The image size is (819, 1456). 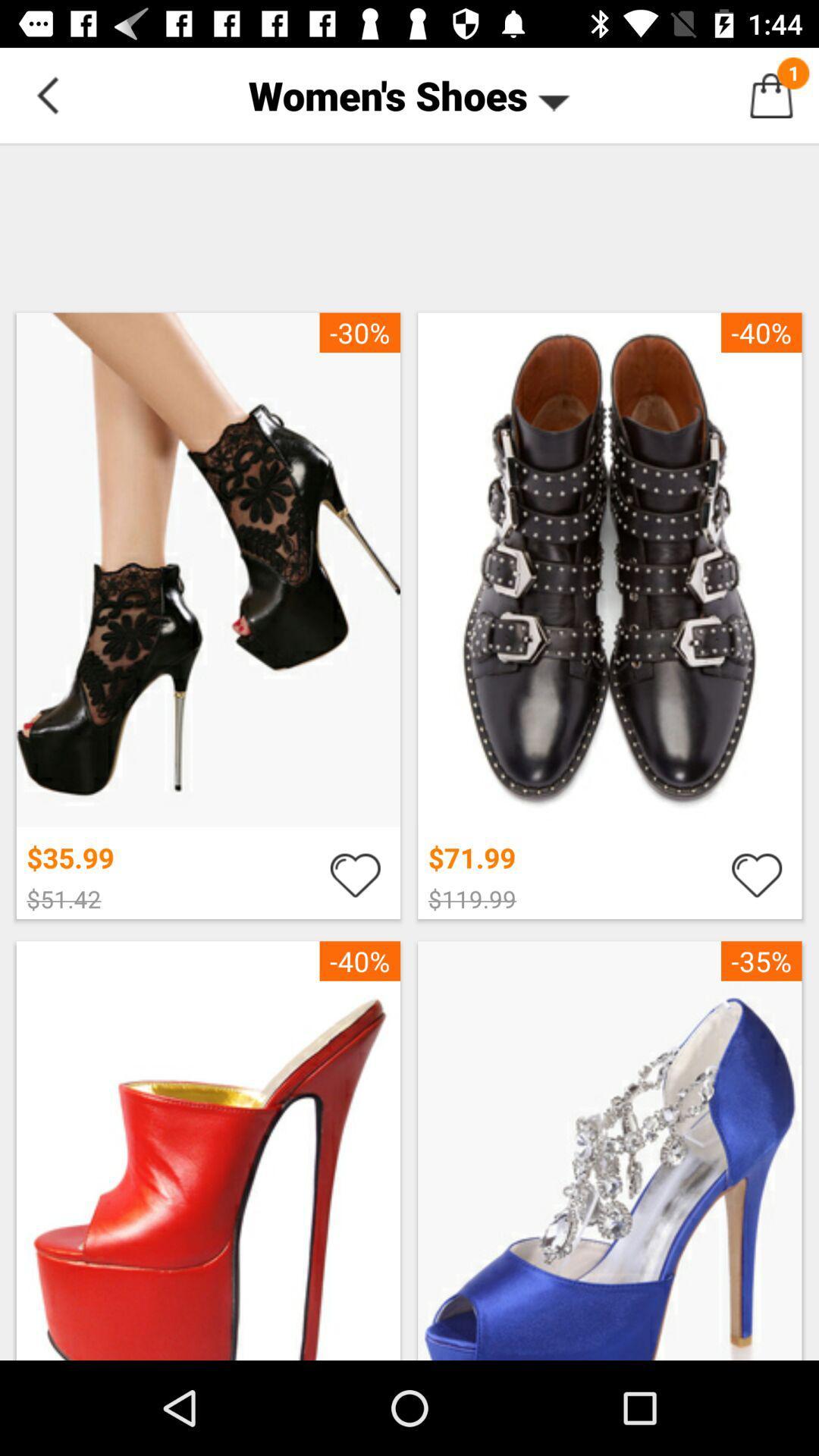 What do you see at coordinates (355, 874) in the screenshot?
I see `favorite` at bounding box center [355, 874].